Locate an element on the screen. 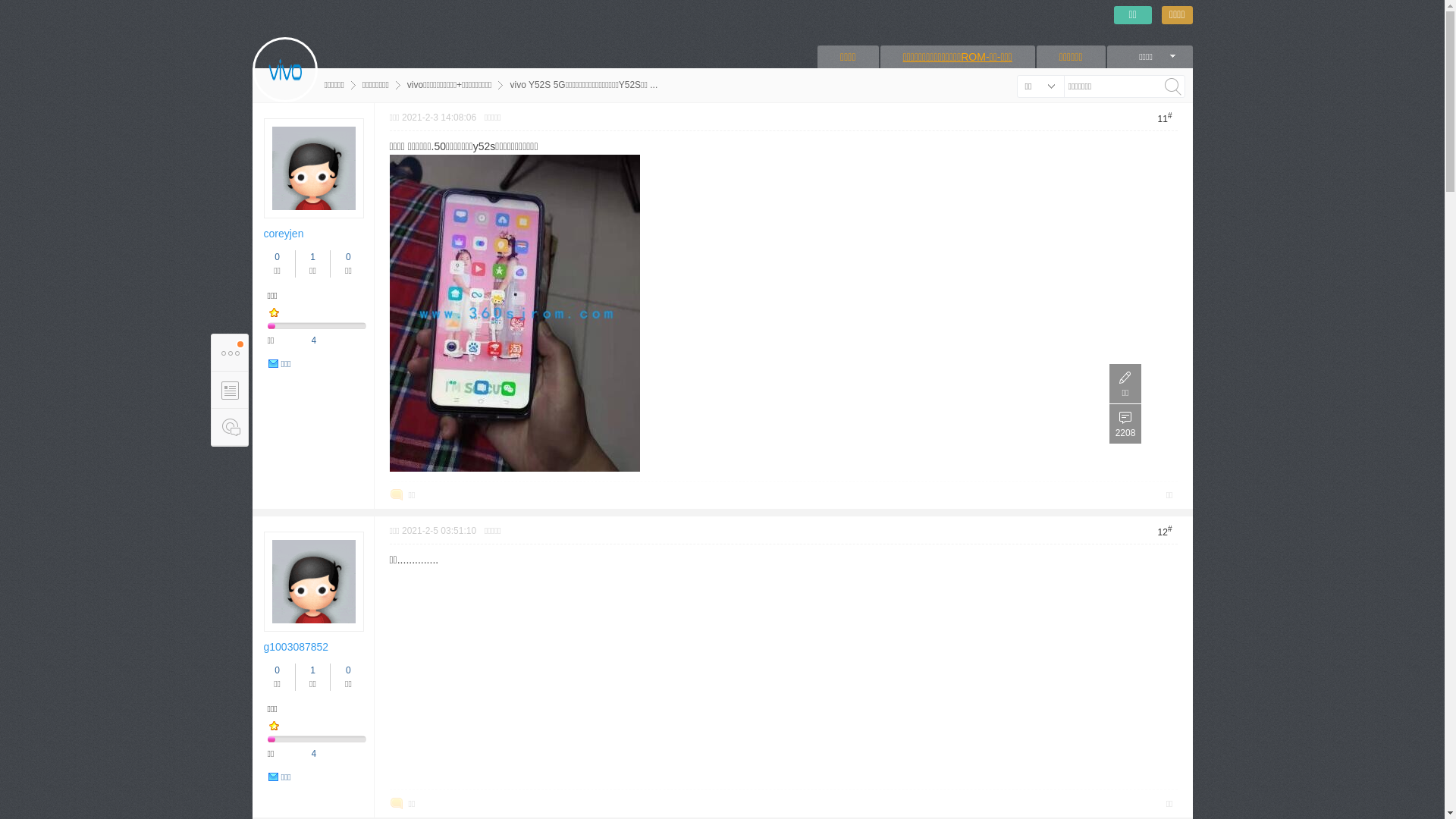 This screenshot has width=1456, height=819. '0' is located at coordinates (347, 669).